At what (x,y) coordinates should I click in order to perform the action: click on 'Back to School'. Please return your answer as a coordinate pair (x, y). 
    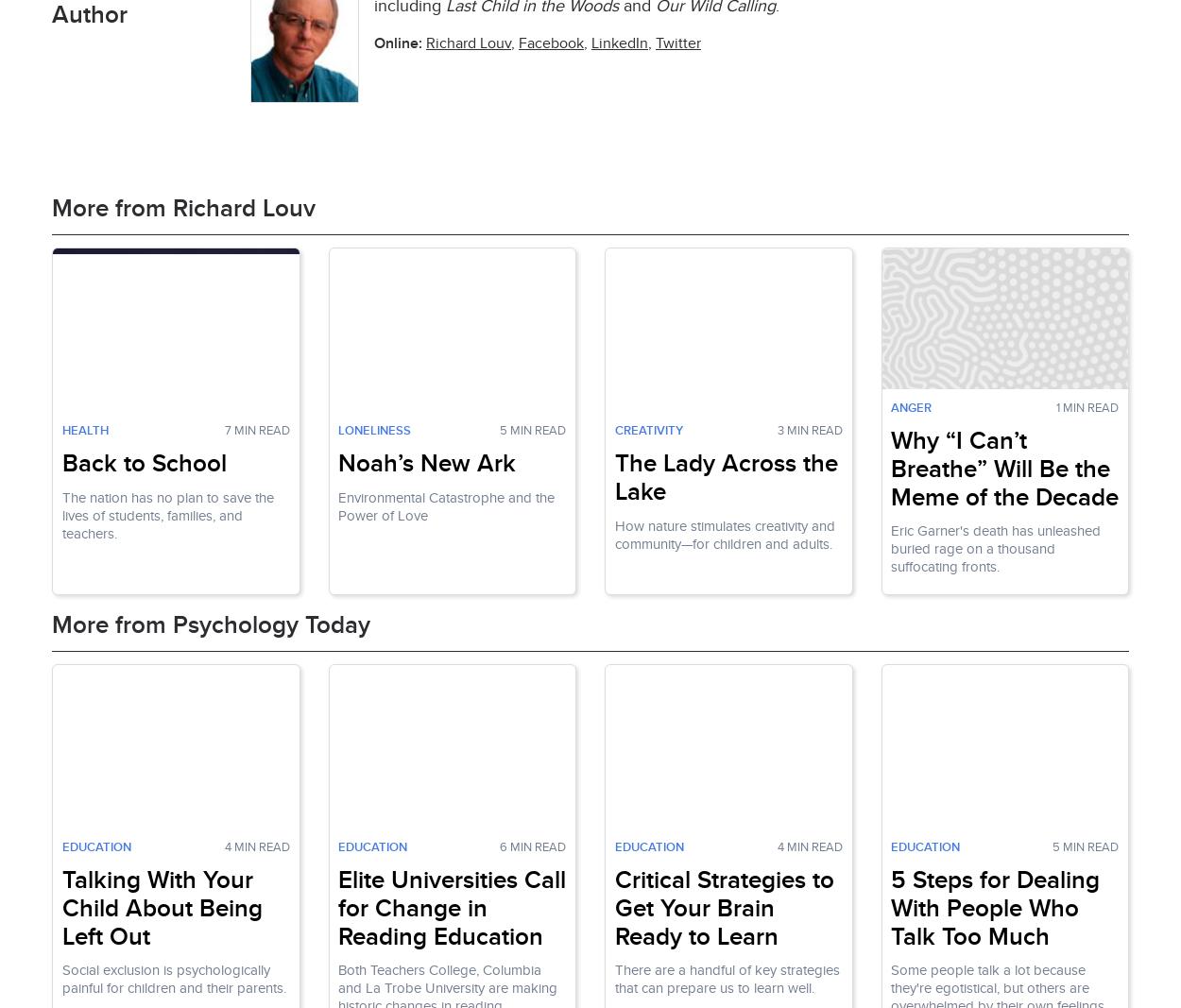
    Looking at the image, I should click on (144, 461).